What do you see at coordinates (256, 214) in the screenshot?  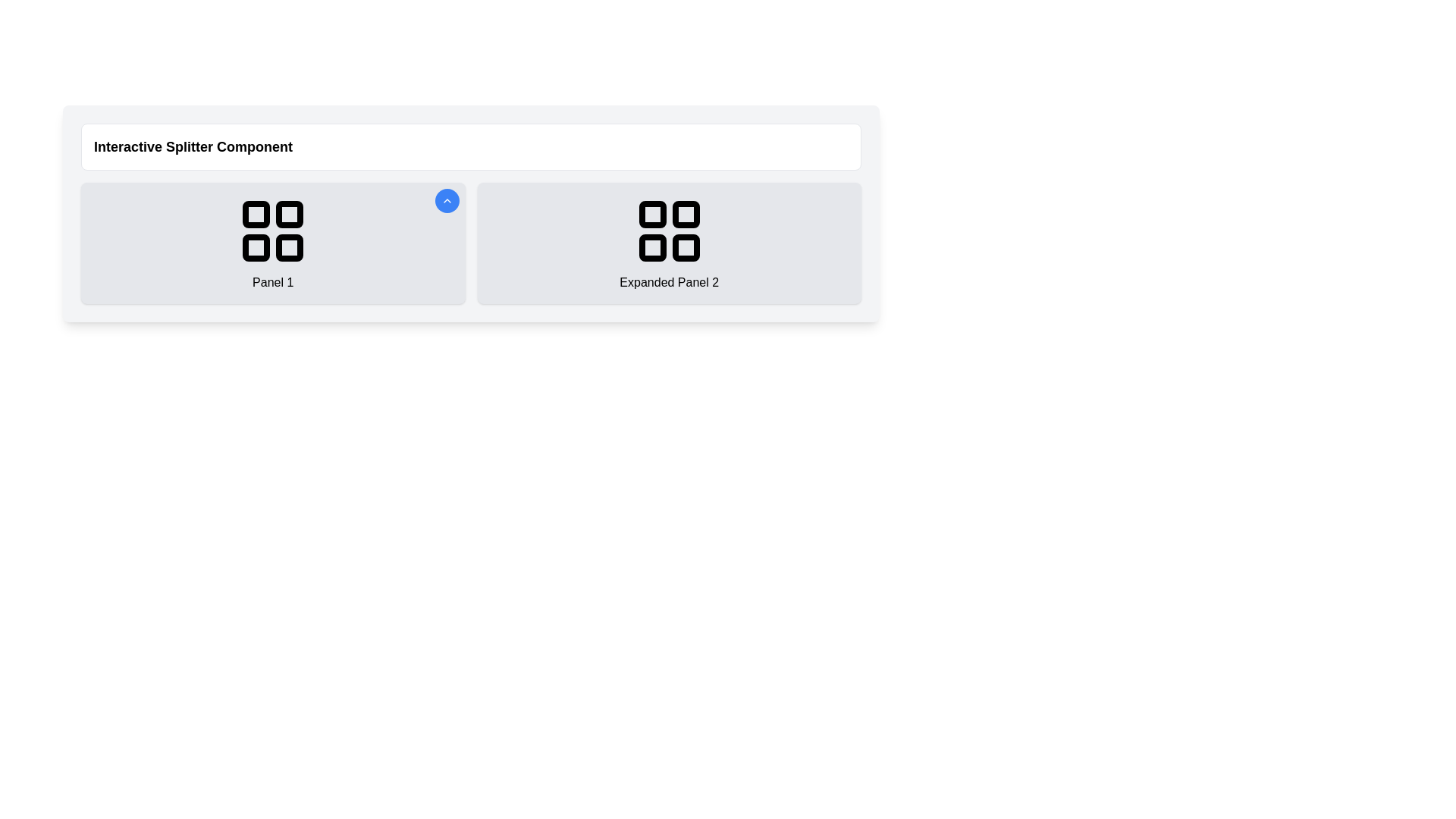 I see `the Square Icon located in the top-left of the 2x2 grid within 'Panel 1'` at bounding box center [256, 214].